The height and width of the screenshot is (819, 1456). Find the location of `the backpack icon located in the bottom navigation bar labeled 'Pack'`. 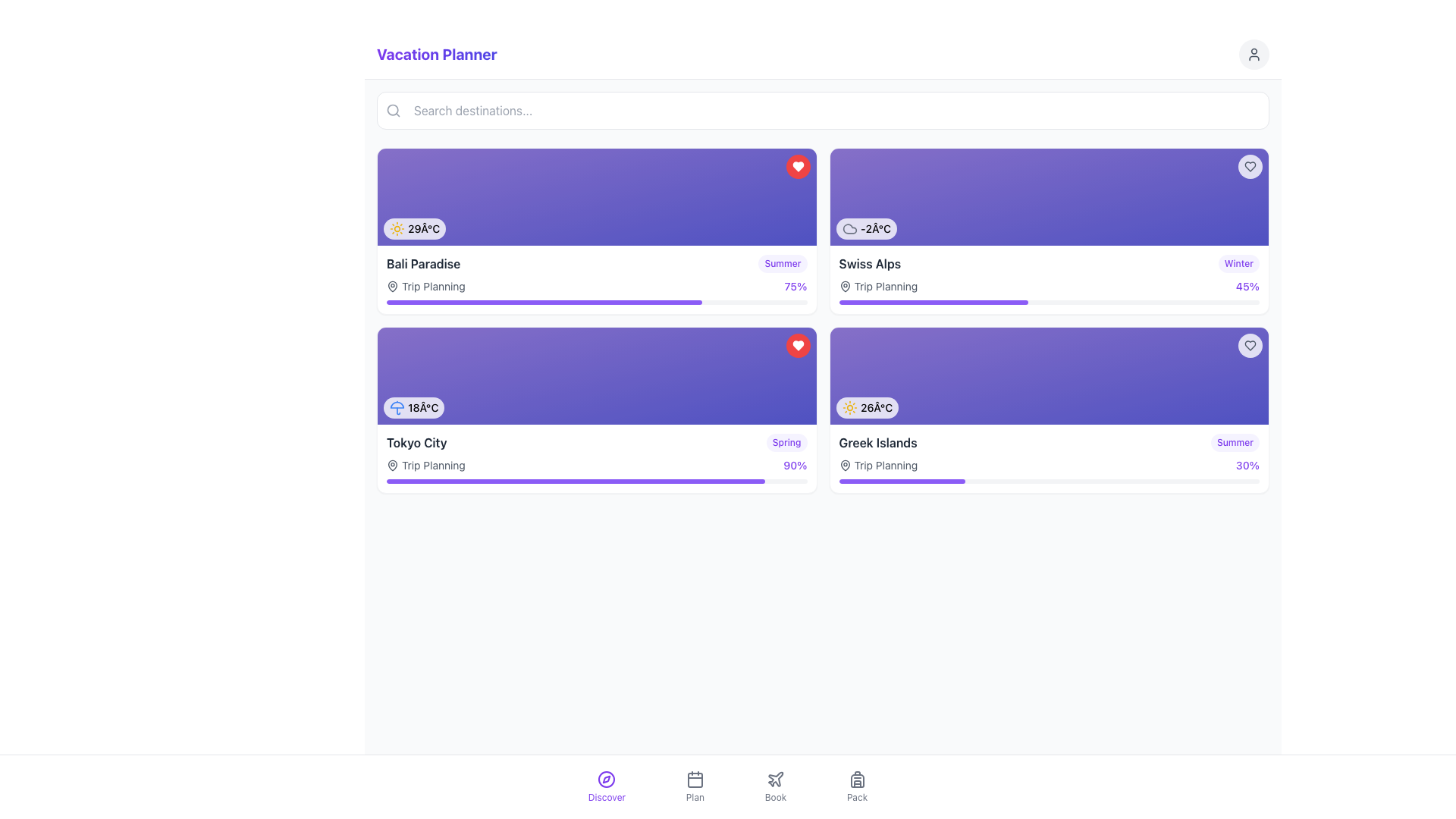

the backpack icon located in the bottom navigation bar labeled 'Pack' is located at coordinates (857, 780).